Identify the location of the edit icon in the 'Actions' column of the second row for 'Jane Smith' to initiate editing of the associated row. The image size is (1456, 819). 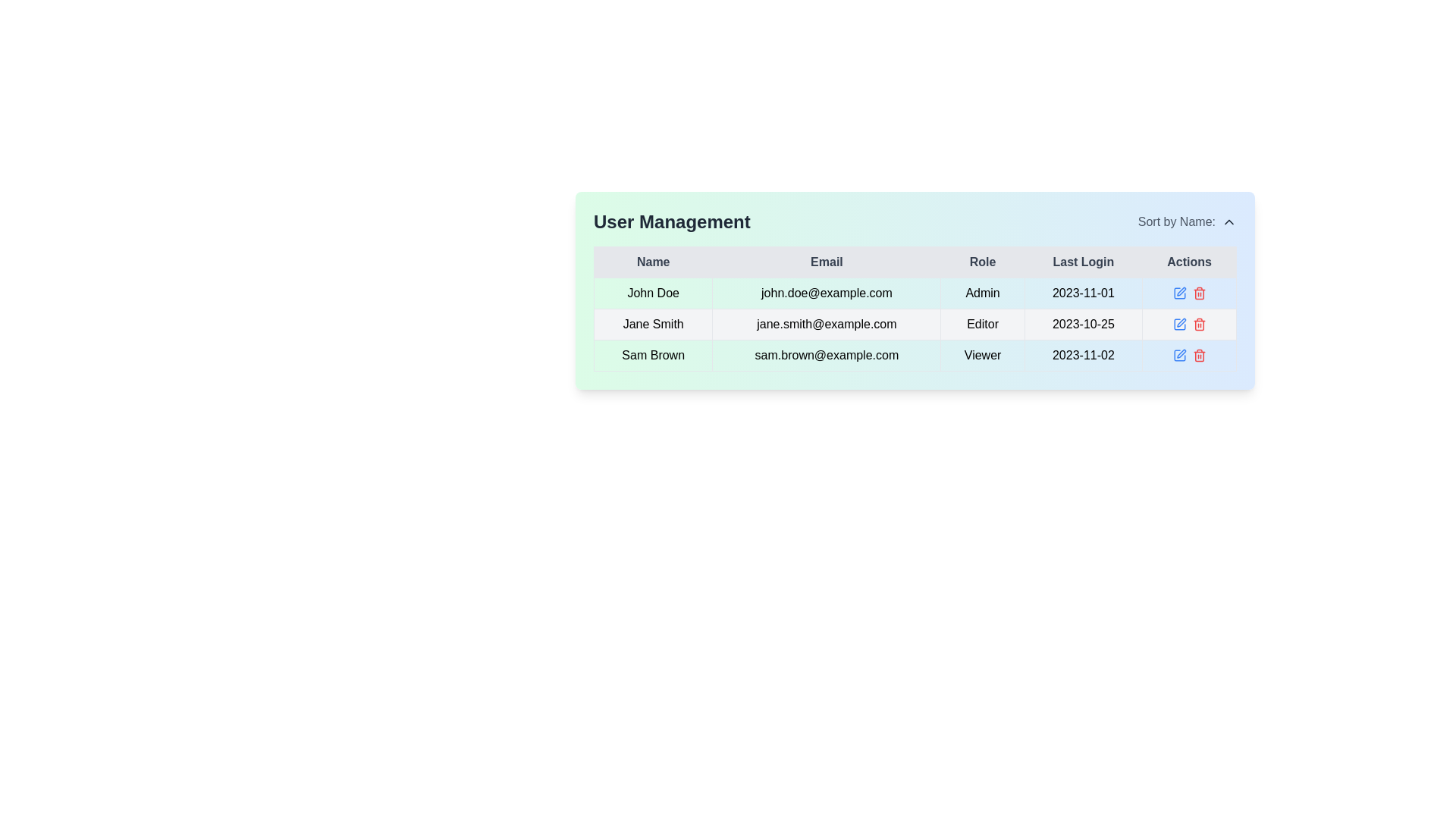
(1180, 322).